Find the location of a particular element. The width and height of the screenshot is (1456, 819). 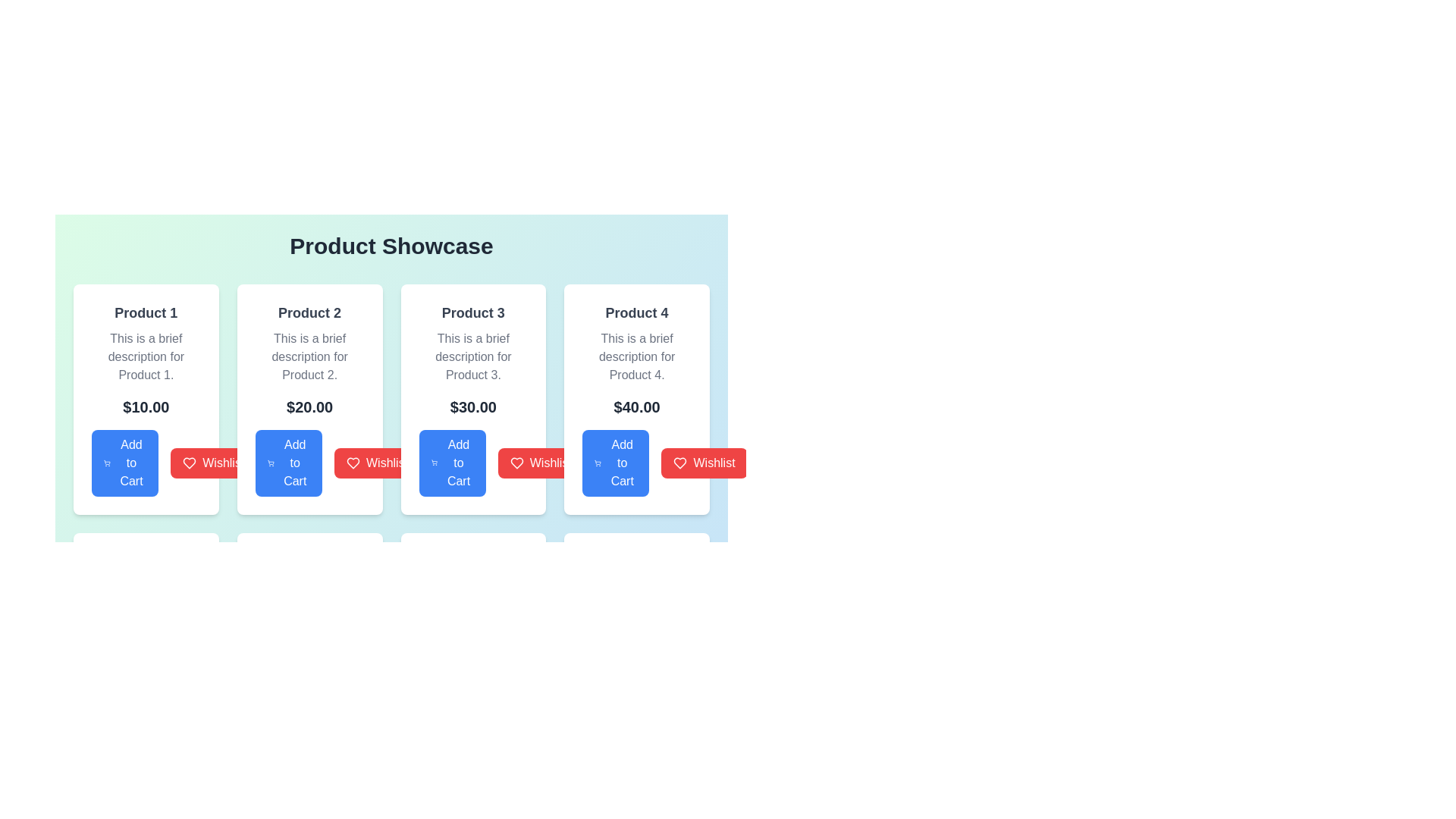

the text block styled with a gray font color that contains 'This is a brief description for Product 1.' which is located below the header 'Product 1' is located at coordinates (146, 356).